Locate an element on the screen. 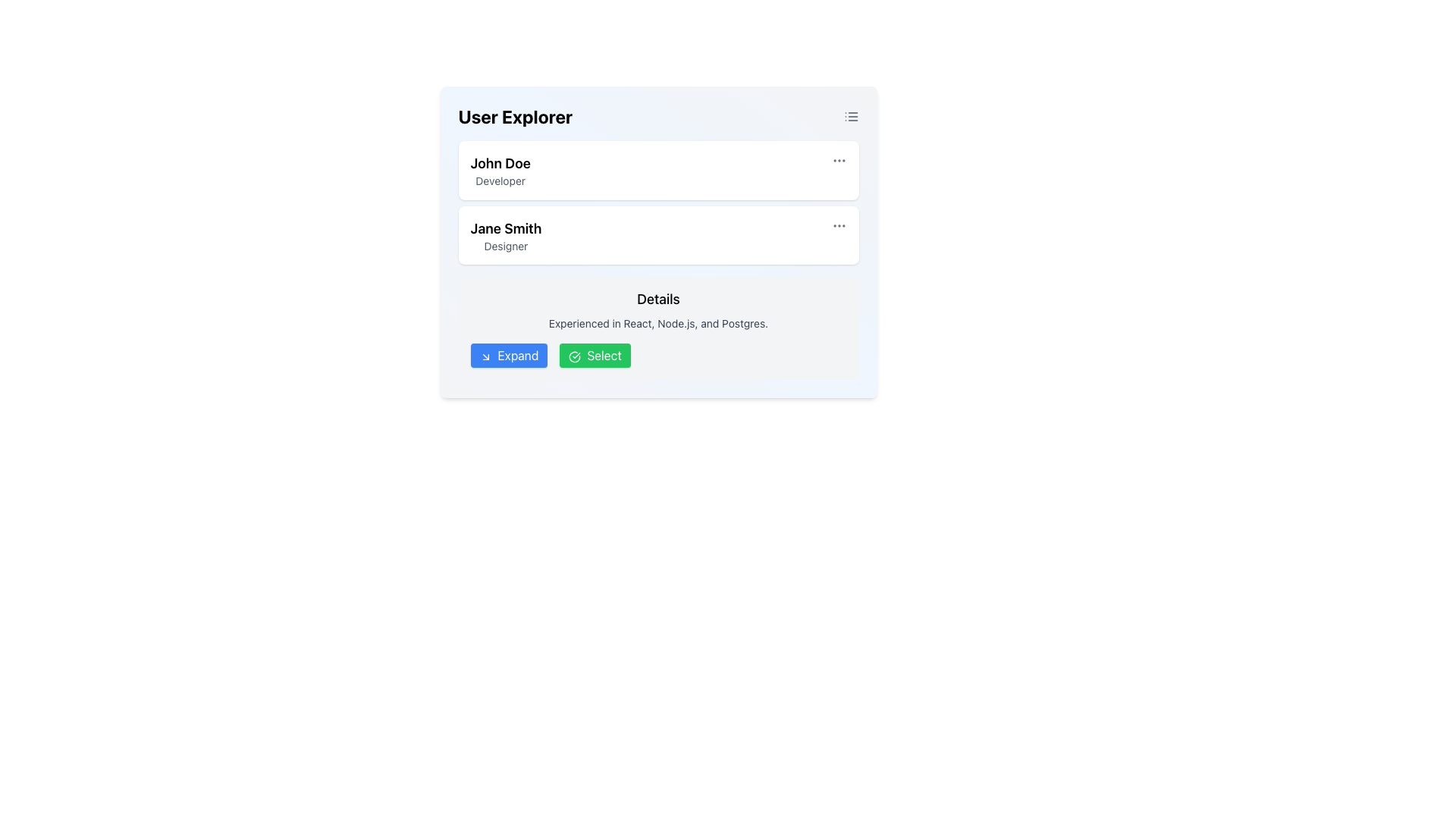 The width and height of the screenshot is (1456, 819). the static text label that reads 'Experienced in React, Node.js, and Postgres.' which is located below the 'Details' heading and above the 'Expand' and 'Select' buttons is located at coordinates (658, 323).